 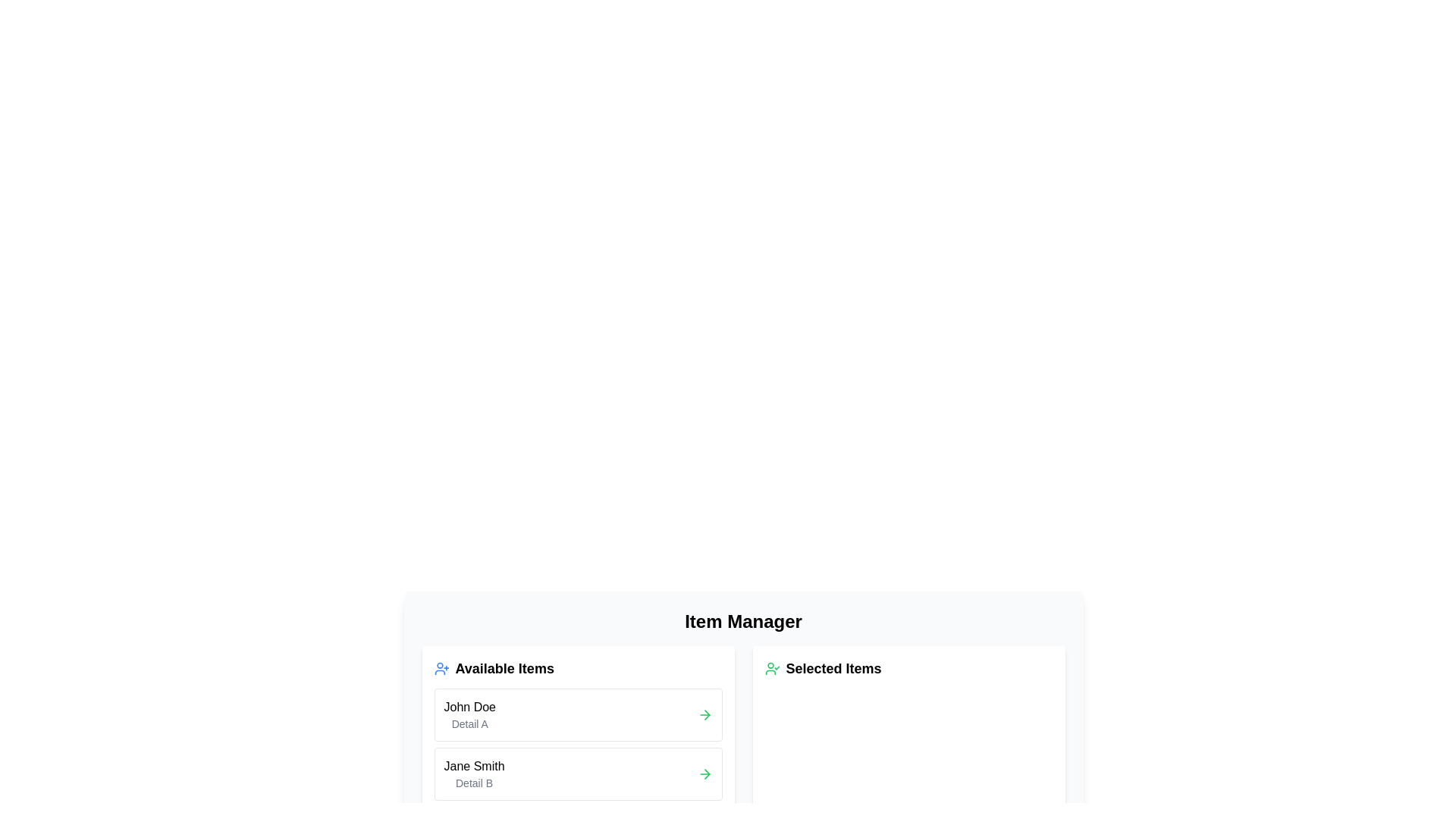 What do you see at coordinates (473, 783) in the screenshot?
I see `the text label 'Detail B' which is a smaller, light gray descriptive subtext located below the 'Jane Smith' label` at bounding box center [473, 783].